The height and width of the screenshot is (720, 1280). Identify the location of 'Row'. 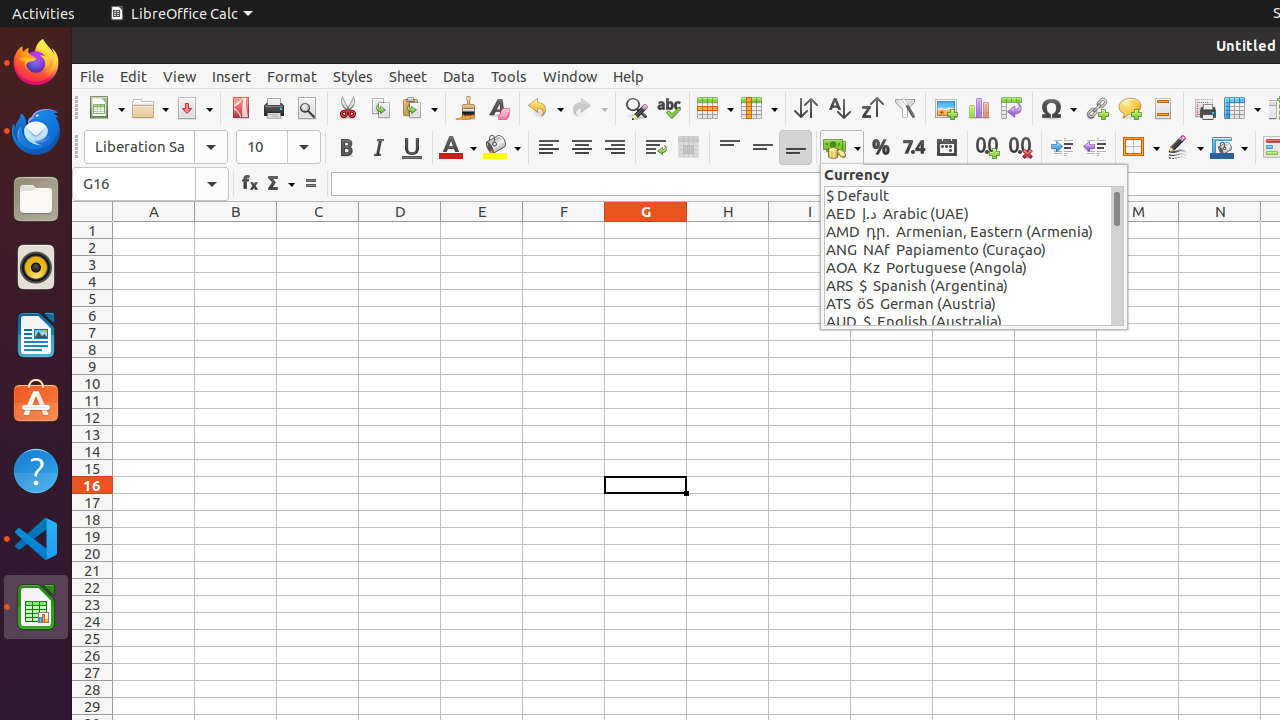
(715, 108).